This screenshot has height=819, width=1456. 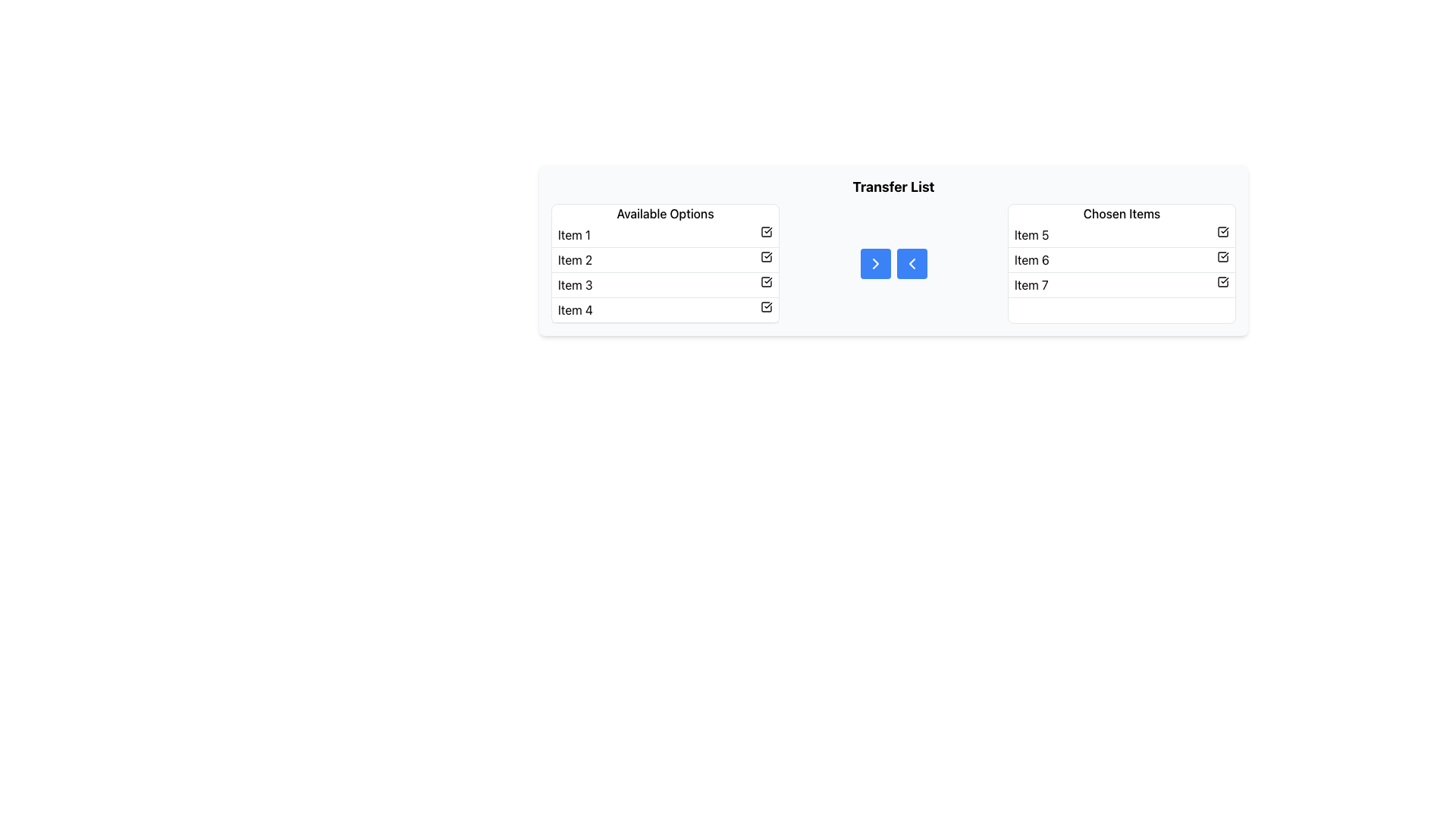 What do you see at coordinates (875, 262) in the screenshot?
I see `the rightward chevron icon to transfer selected items from 'Available Options' to 'Chosen Items'` at bounding box center [875, 262].